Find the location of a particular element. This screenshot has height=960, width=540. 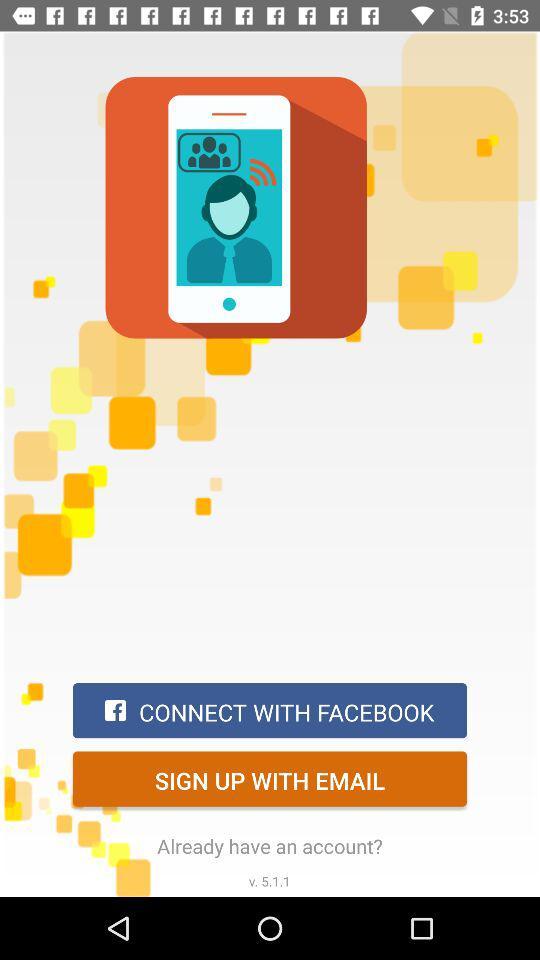

icon above v 5 1 item is located at coordinates (270, 845).